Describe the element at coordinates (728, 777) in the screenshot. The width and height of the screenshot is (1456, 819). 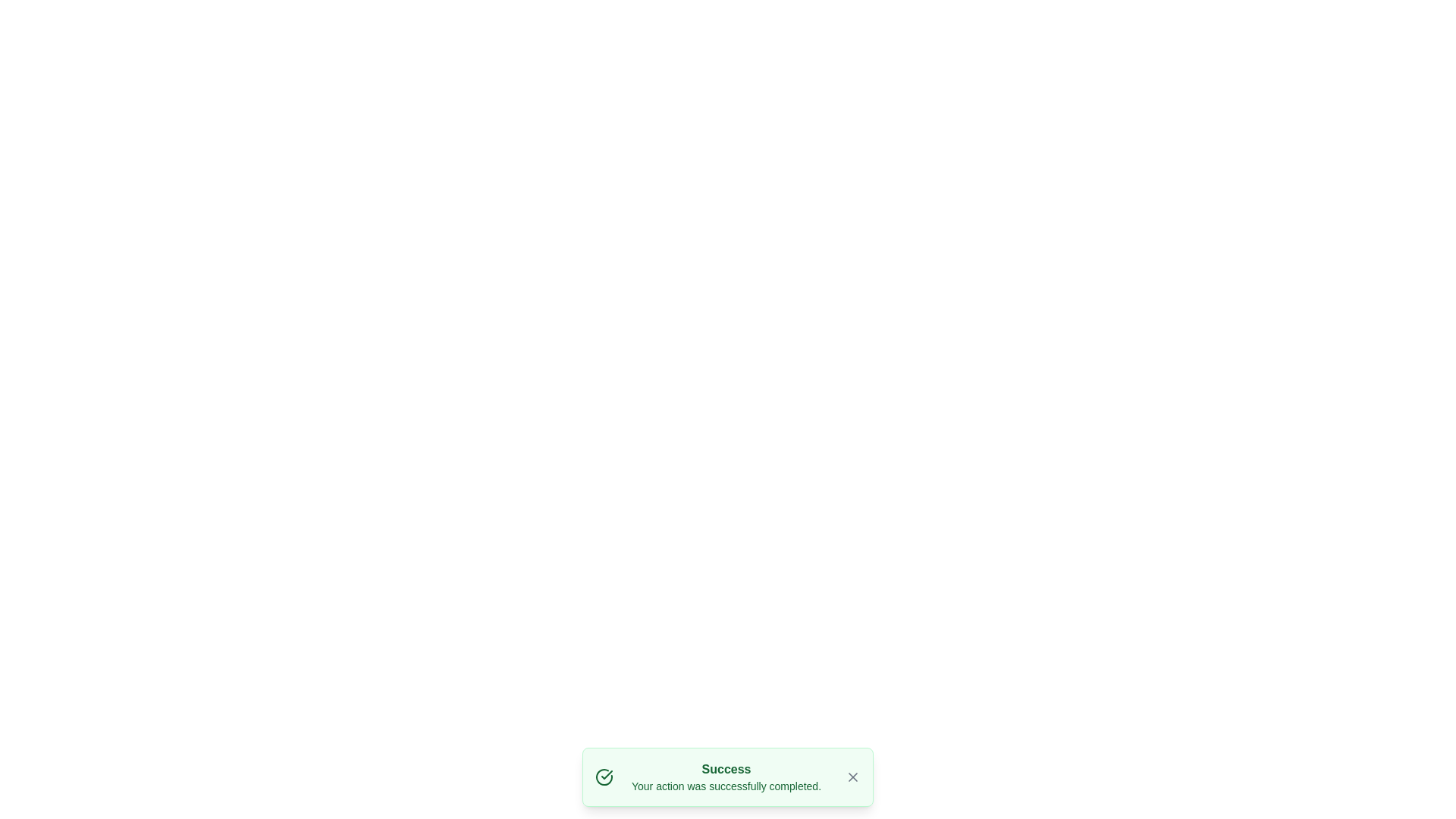
I see `message in the Notification banner, which displays 'Success' and 'Your action was successfully completed.'` at that location.